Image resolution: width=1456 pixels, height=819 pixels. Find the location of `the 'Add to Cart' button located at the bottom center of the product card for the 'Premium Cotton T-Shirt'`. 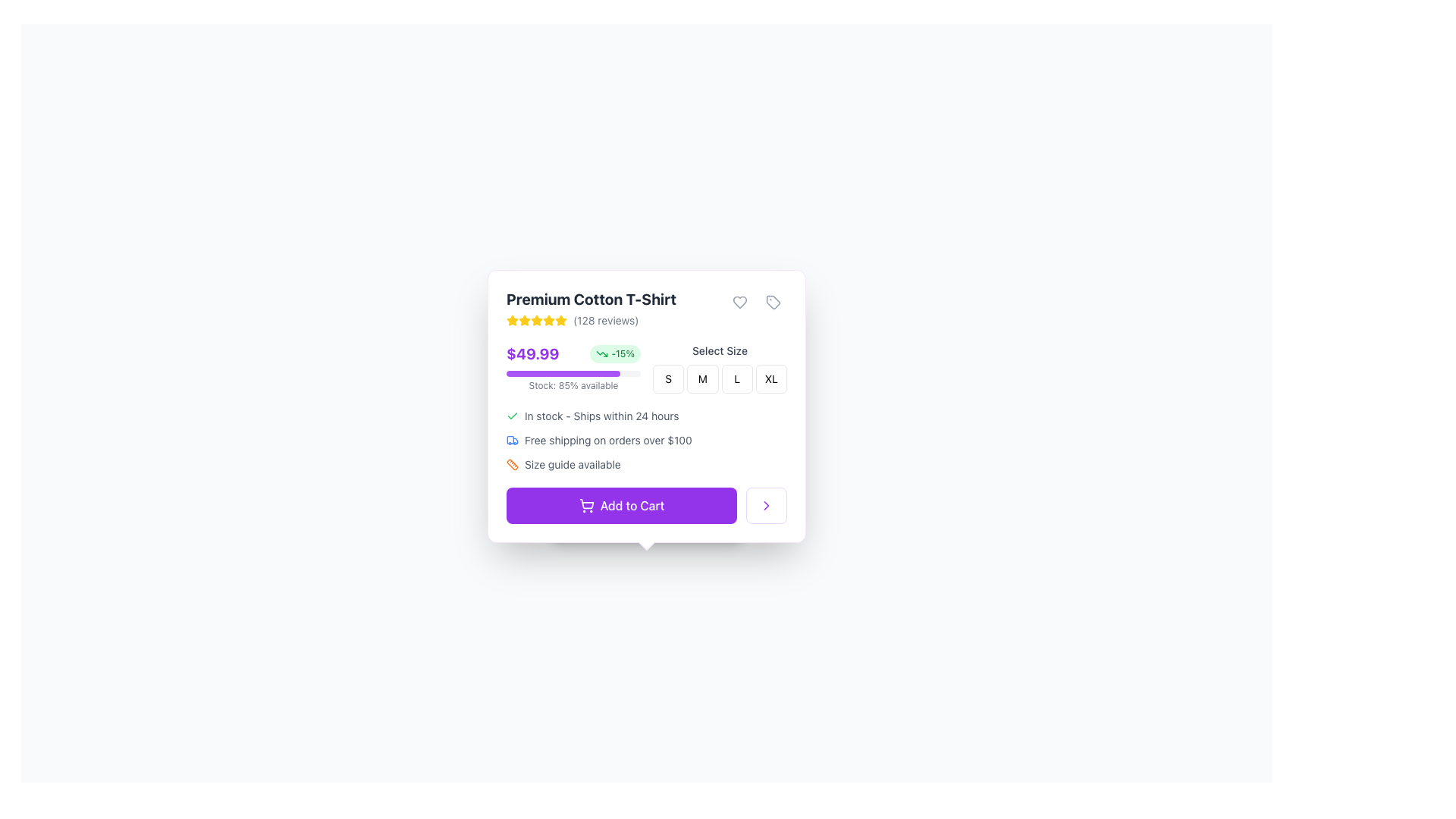

the 'Add to Cart' button located at the bottom center of the product card for the 'Premium Cotton T-Shirt' is located at coordinates (647, 506).